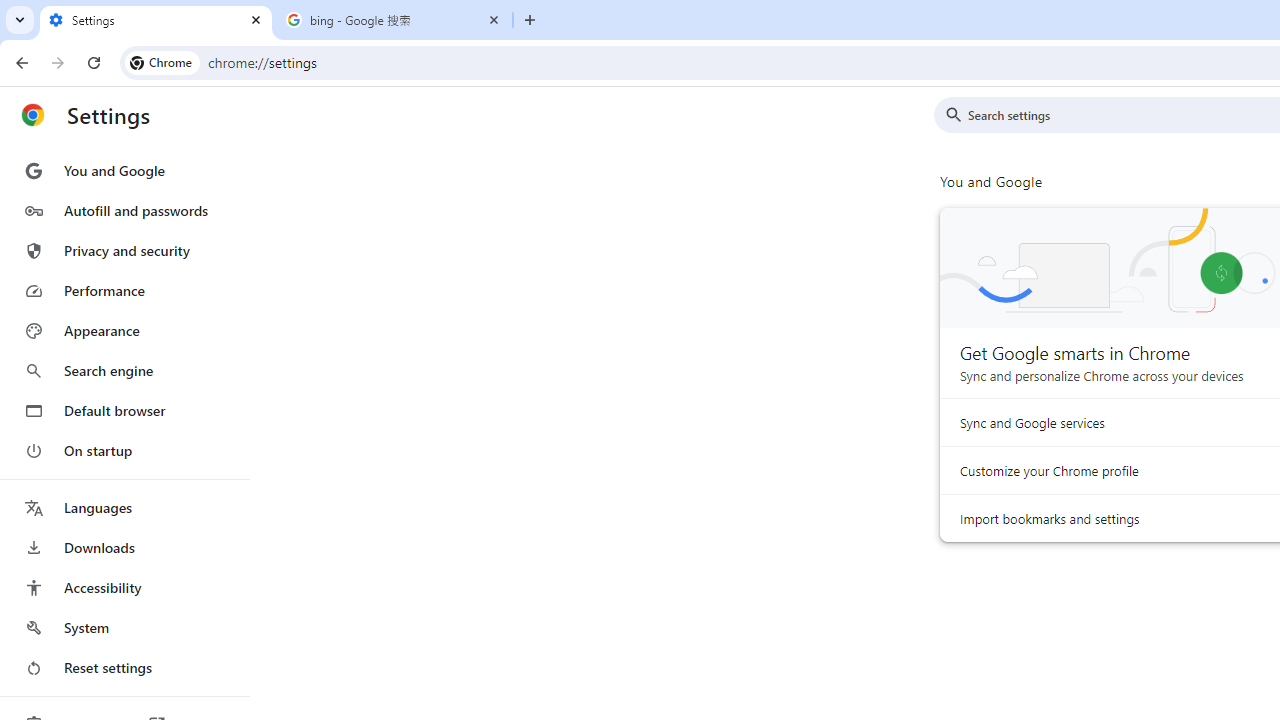 The image size is (1280, 720). I want to click on 'Appearance', so click(123, 330).